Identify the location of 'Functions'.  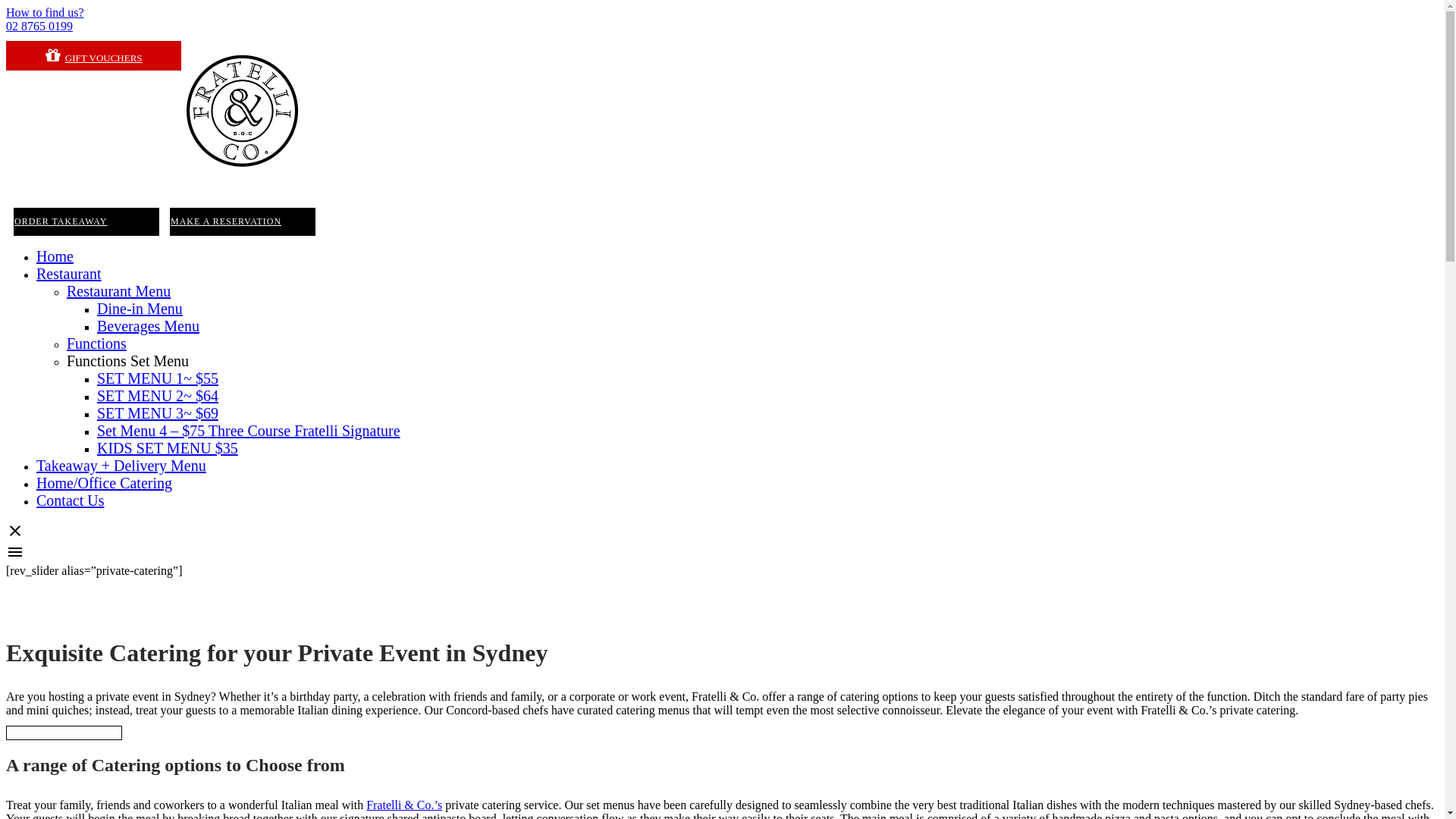
(96, 343).